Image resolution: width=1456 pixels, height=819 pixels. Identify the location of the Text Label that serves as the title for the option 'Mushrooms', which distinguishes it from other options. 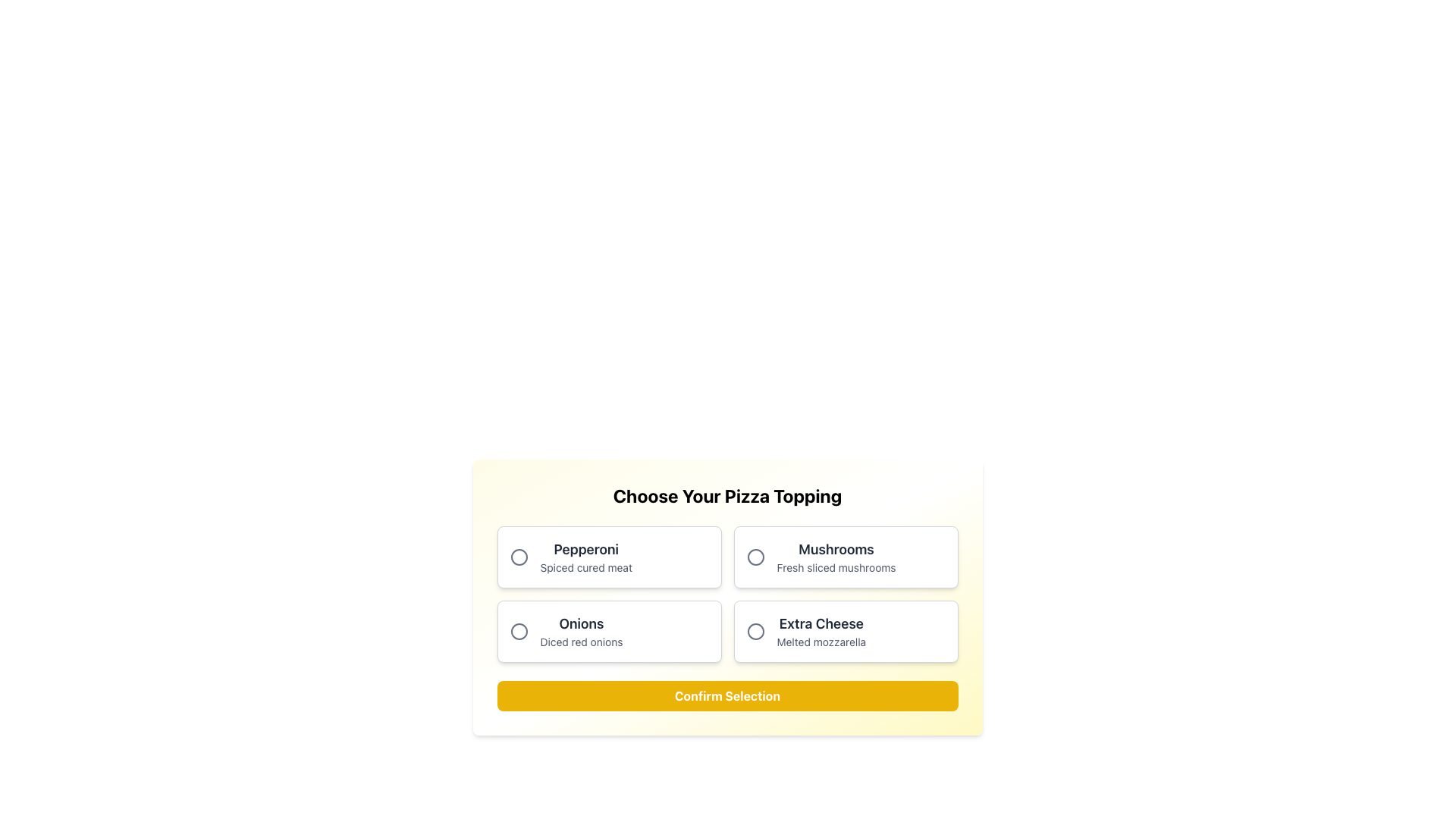
(836, 550).